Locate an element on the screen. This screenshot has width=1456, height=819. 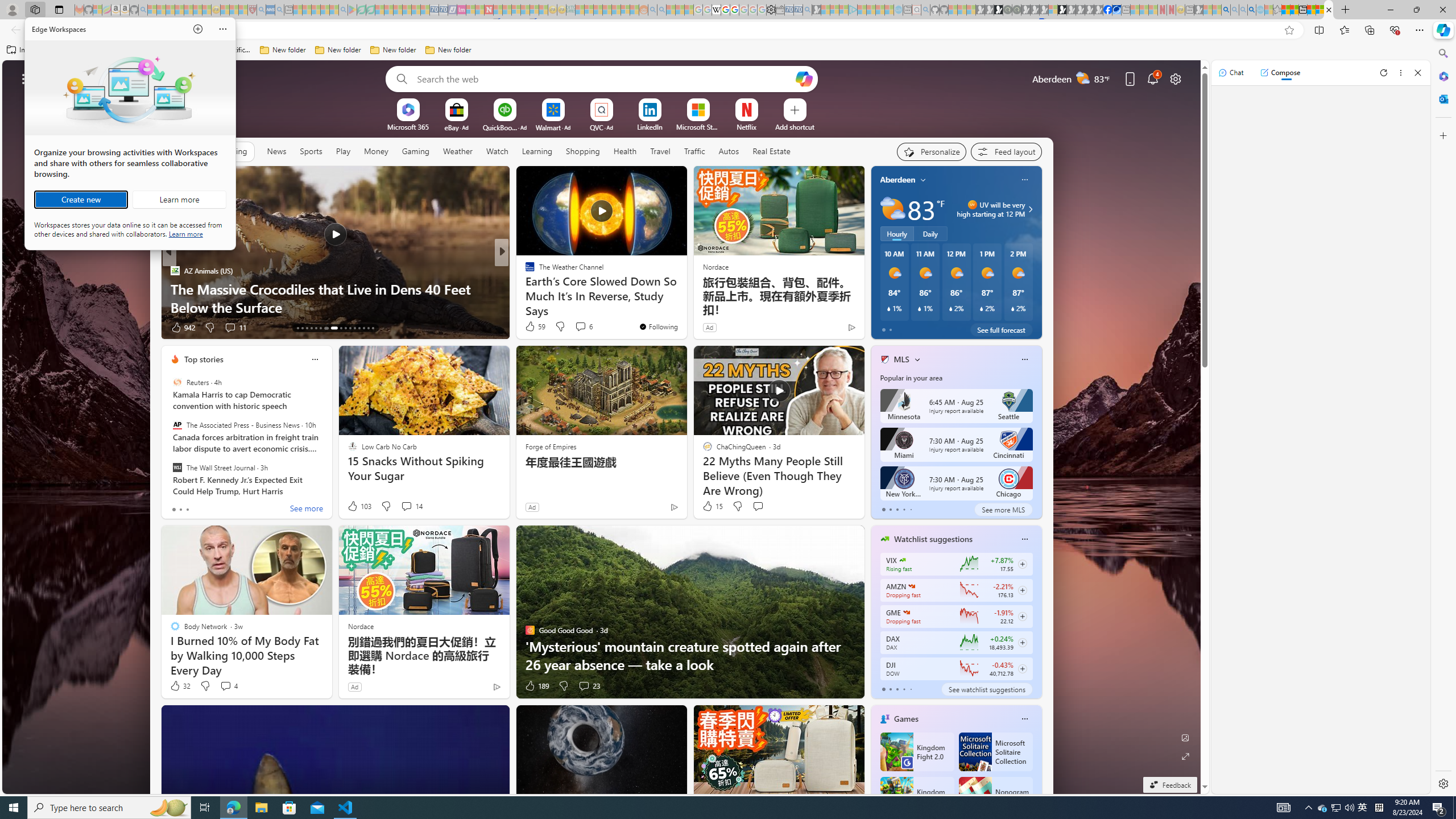
'Kingdom Fight 2.0' is located at coordinates (916, 751).